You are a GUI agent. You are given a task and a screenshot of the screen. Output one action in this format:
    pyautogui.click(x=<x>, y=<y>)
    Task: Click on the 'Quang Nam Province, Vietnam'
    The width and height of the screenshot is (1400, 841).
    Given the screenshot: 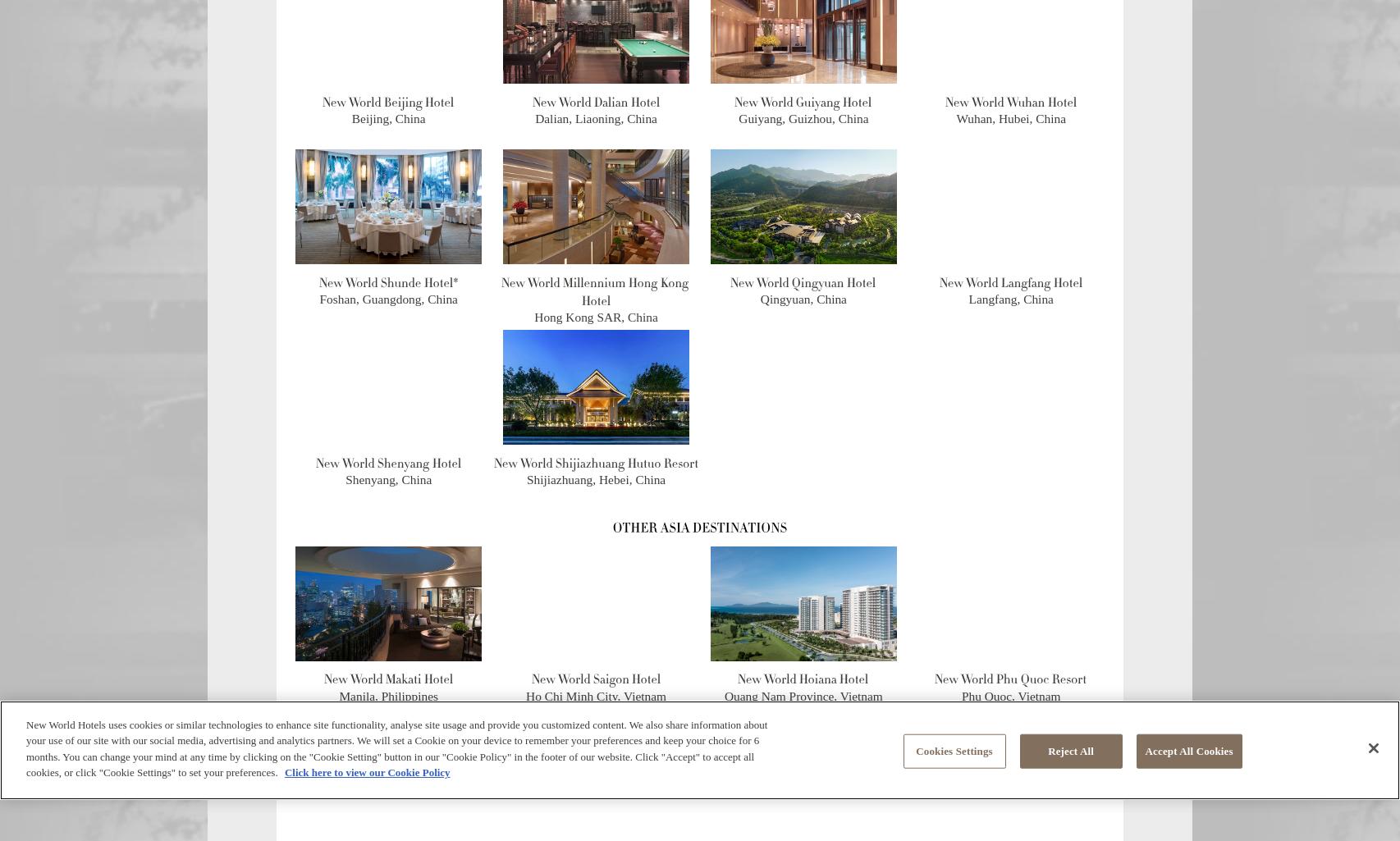 What is the action you would take?
    pyautogui.click(x=724, y=695)
    